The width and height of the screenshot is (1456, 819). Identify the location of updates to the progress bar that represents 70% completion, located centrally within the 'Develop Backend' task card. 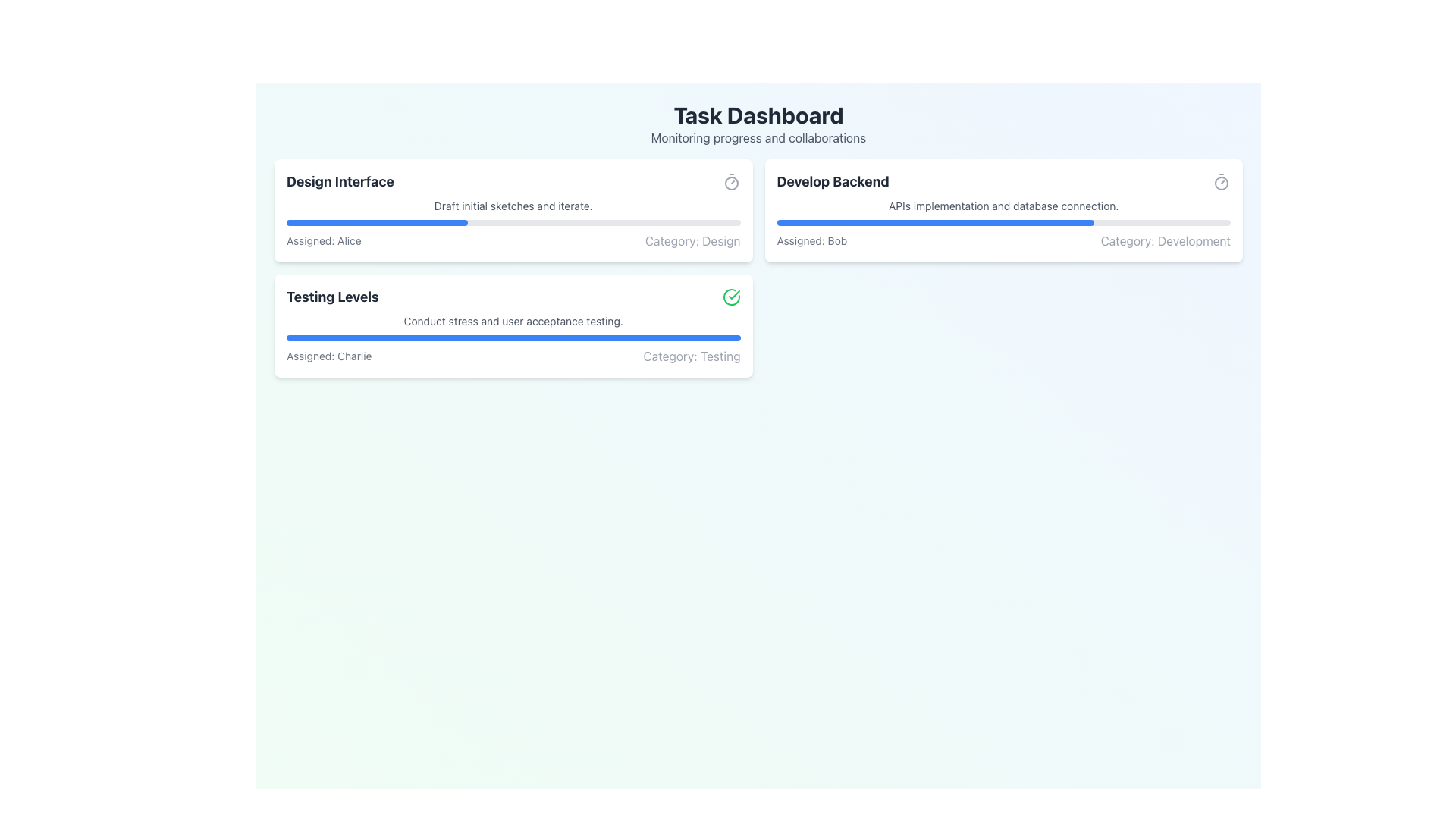
(1003, 222).